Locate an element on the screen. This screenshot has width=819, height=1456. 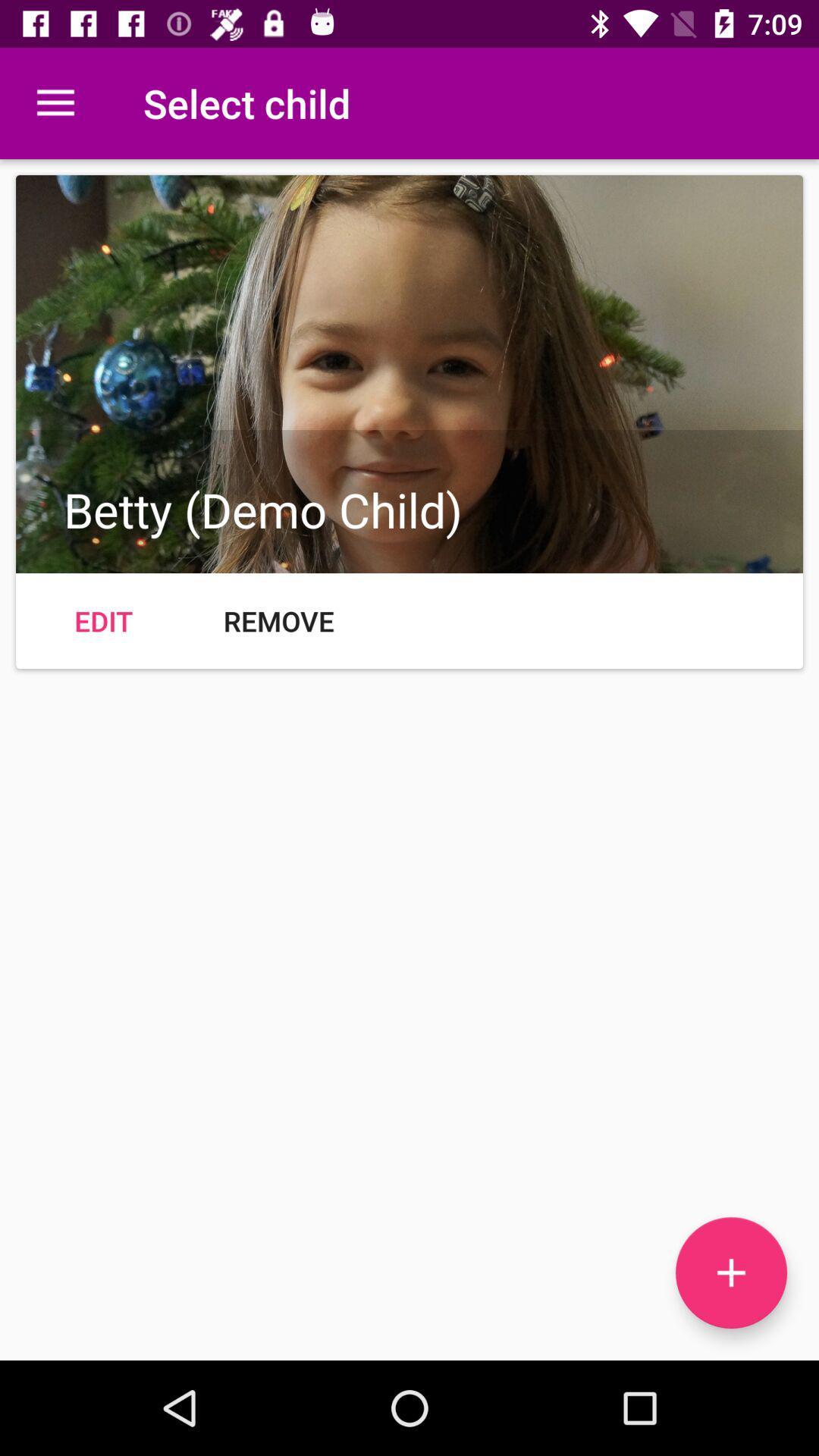
edit is located at coordinates (102, 621).